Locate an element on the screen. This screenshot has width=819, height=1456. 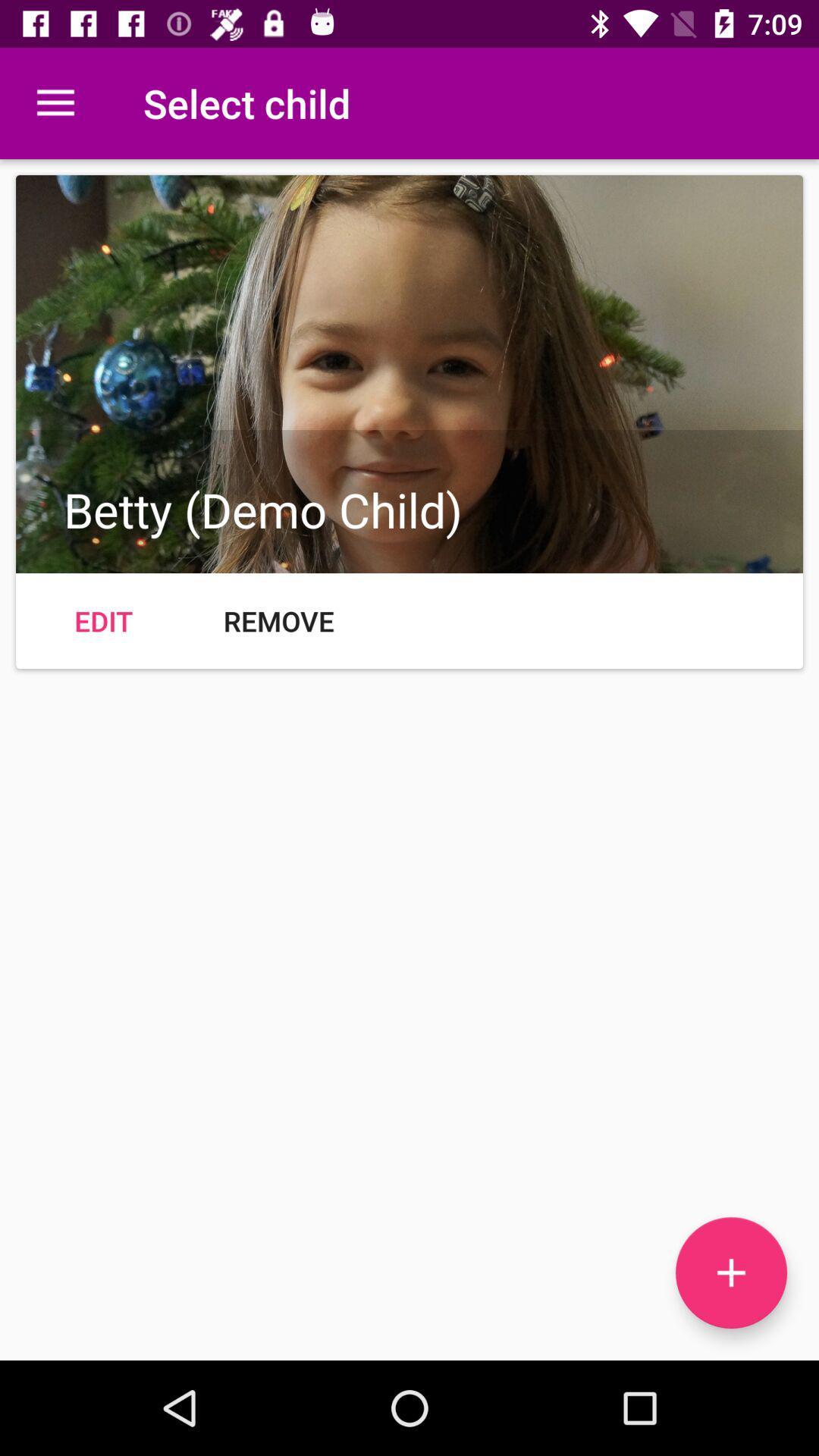
edit is located at coordinates (102, 621).